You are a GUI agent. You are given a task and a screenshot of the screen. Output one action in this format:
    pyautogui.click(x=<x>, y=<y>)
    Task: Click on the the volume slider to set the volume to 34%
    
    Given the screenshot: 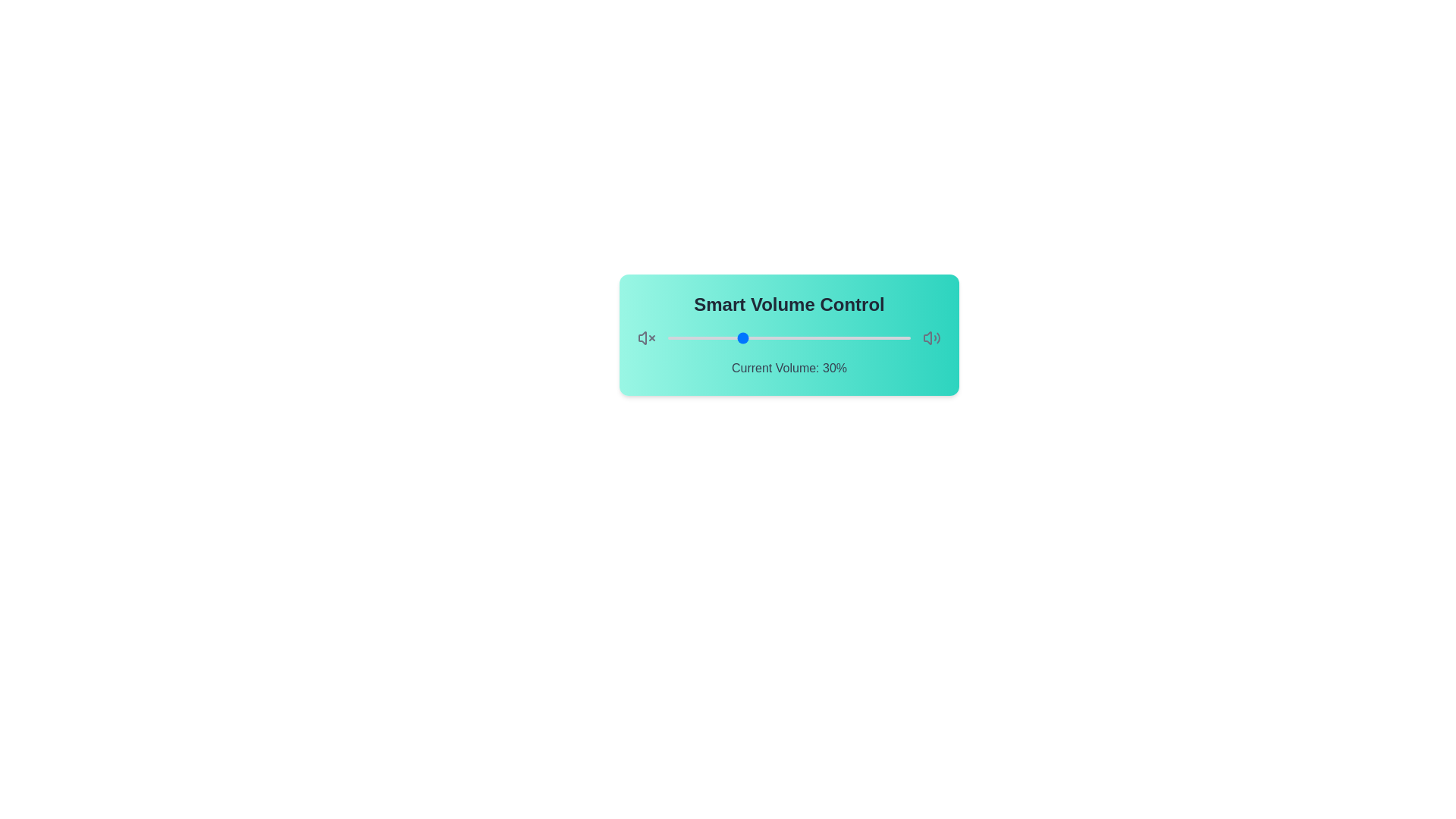 What is the action you would take?
    pyautogui.click(x=750, y=337)
    